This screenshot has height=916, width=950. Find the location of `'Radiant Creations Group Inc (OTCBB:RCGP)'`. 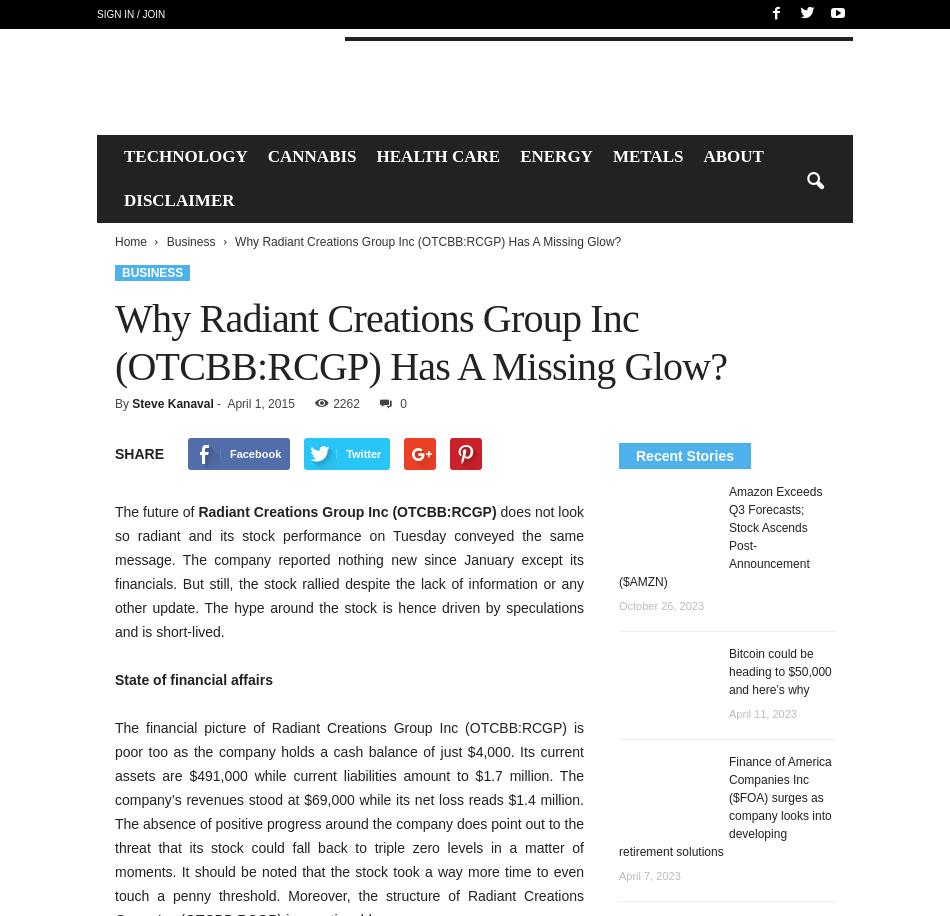

'Radiant Creations Group Inc (OTCBB:RCGP)' is located at coordinates (346, 512).